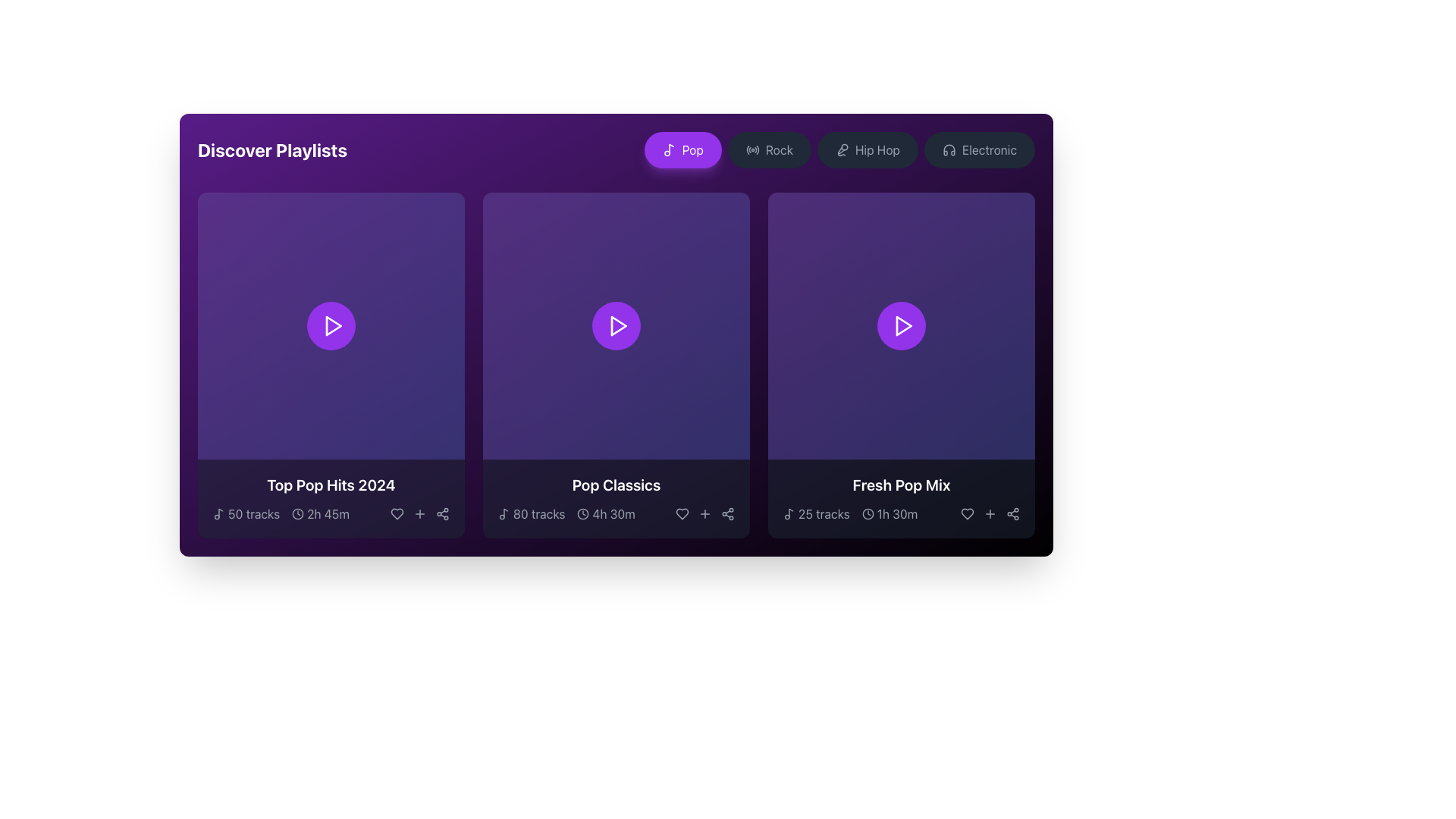 Image resolution: width=1456 pixels, height=819 pixels. What do you see at coordinates (506, 512) in the screenshot?
I see `the Icon component resembling a musical note's stem and flag, located before the text '80 tracks' under the 'Pop Classics' playlist` at bounding box center [506, 512].